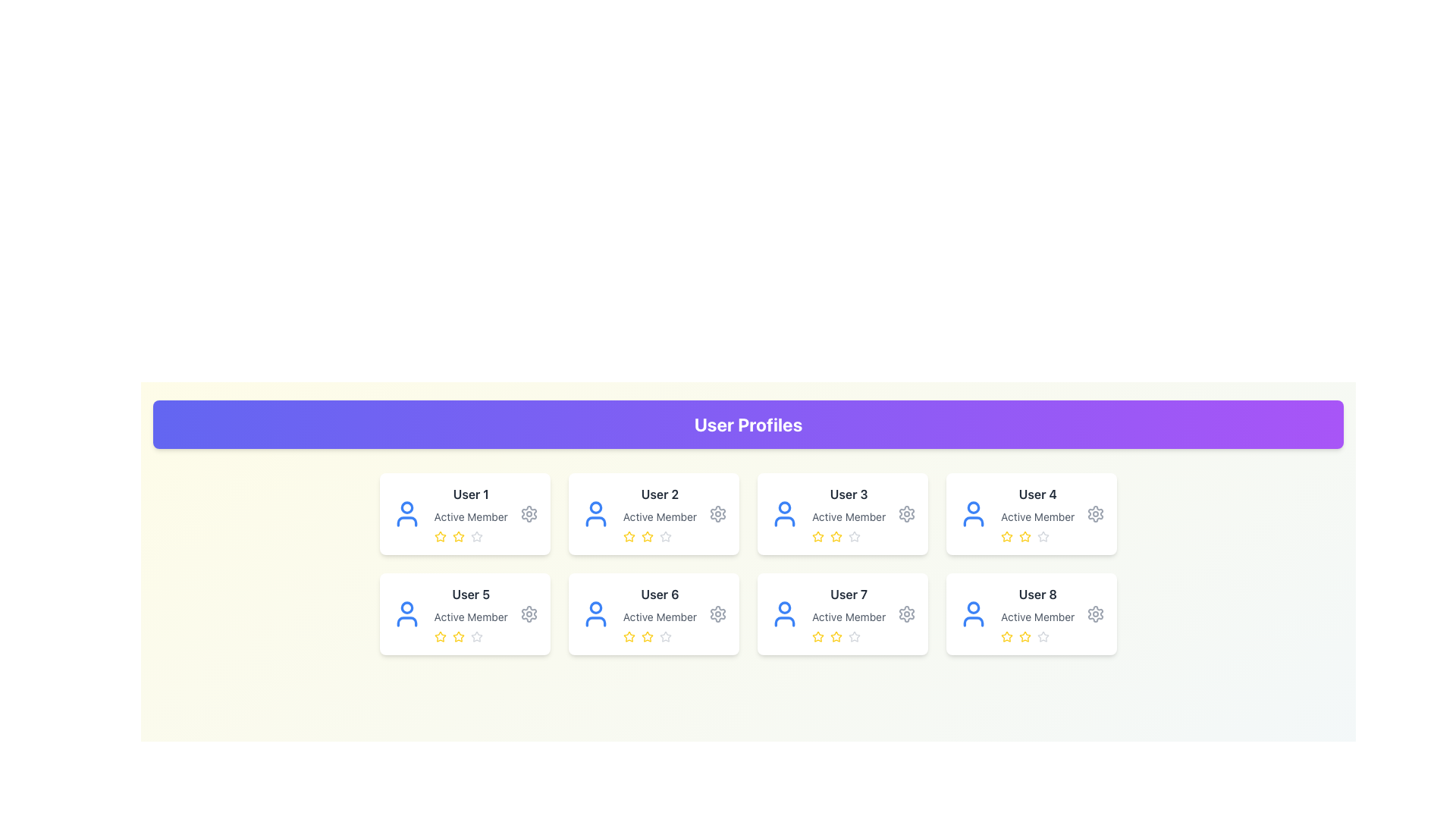 This screenshot has width=1456, height=819. What do you see at coordinates (529, 614) in the screenshot?
I see `the cogwheel icon button located in the second row, first column of the grid layout under the tile labeled 'User 5'` at bounding box center [529, 614].